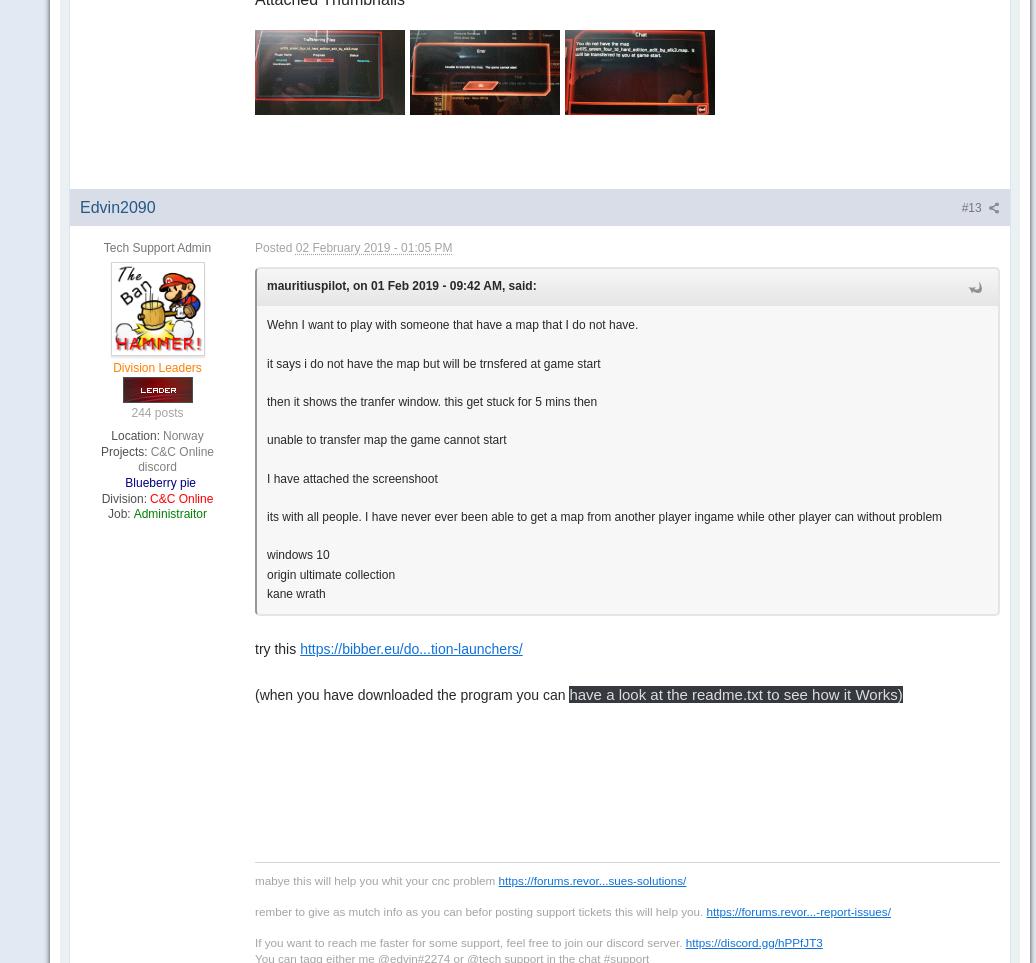 The image size is (1036, 963). I want to click on 'kane wrath', so click(295, 593).